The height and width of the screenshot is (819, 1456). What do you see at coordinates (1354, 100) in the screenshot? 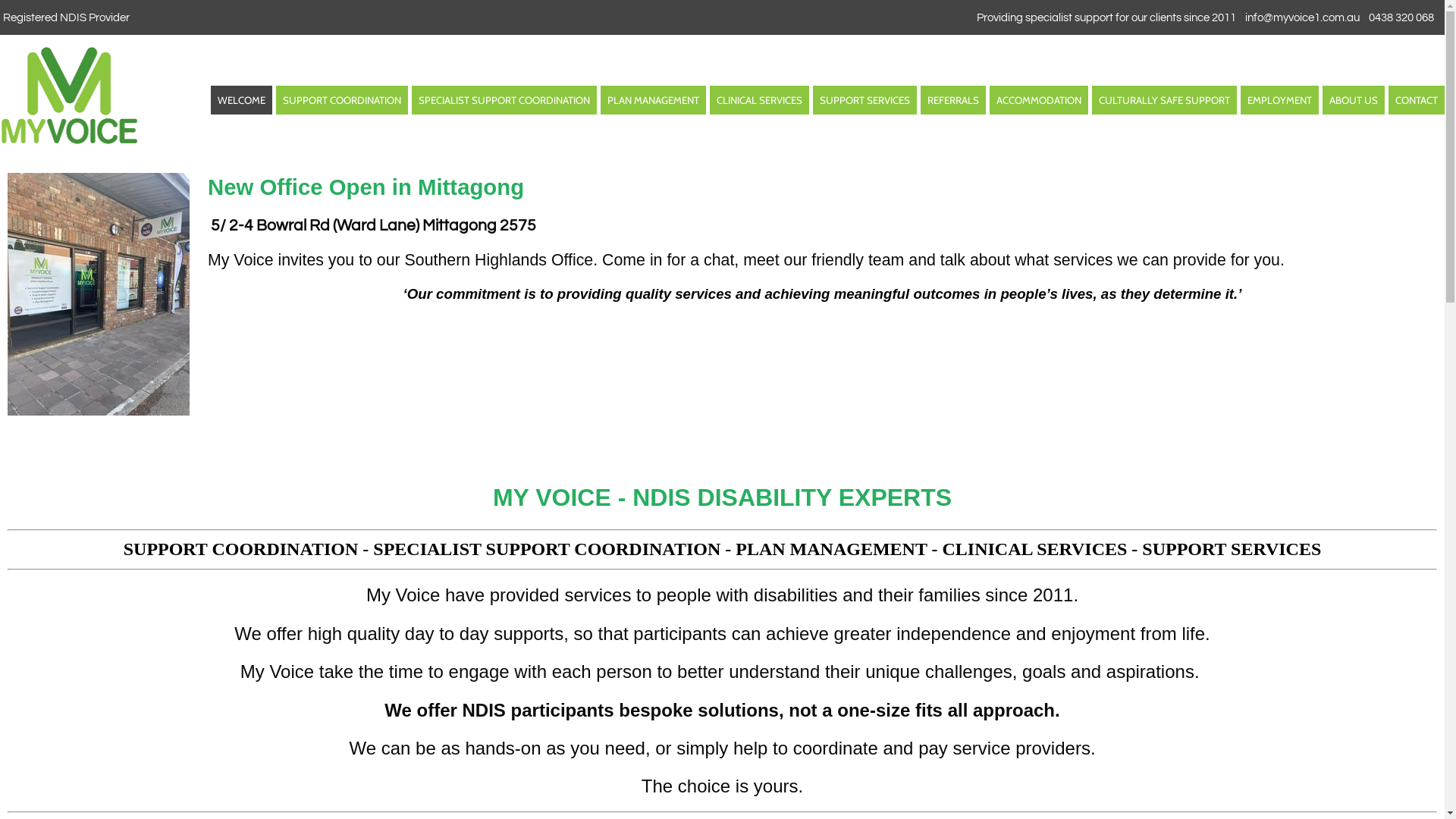
I see `'ABOUT US'` at bounding box center [1354, 100].